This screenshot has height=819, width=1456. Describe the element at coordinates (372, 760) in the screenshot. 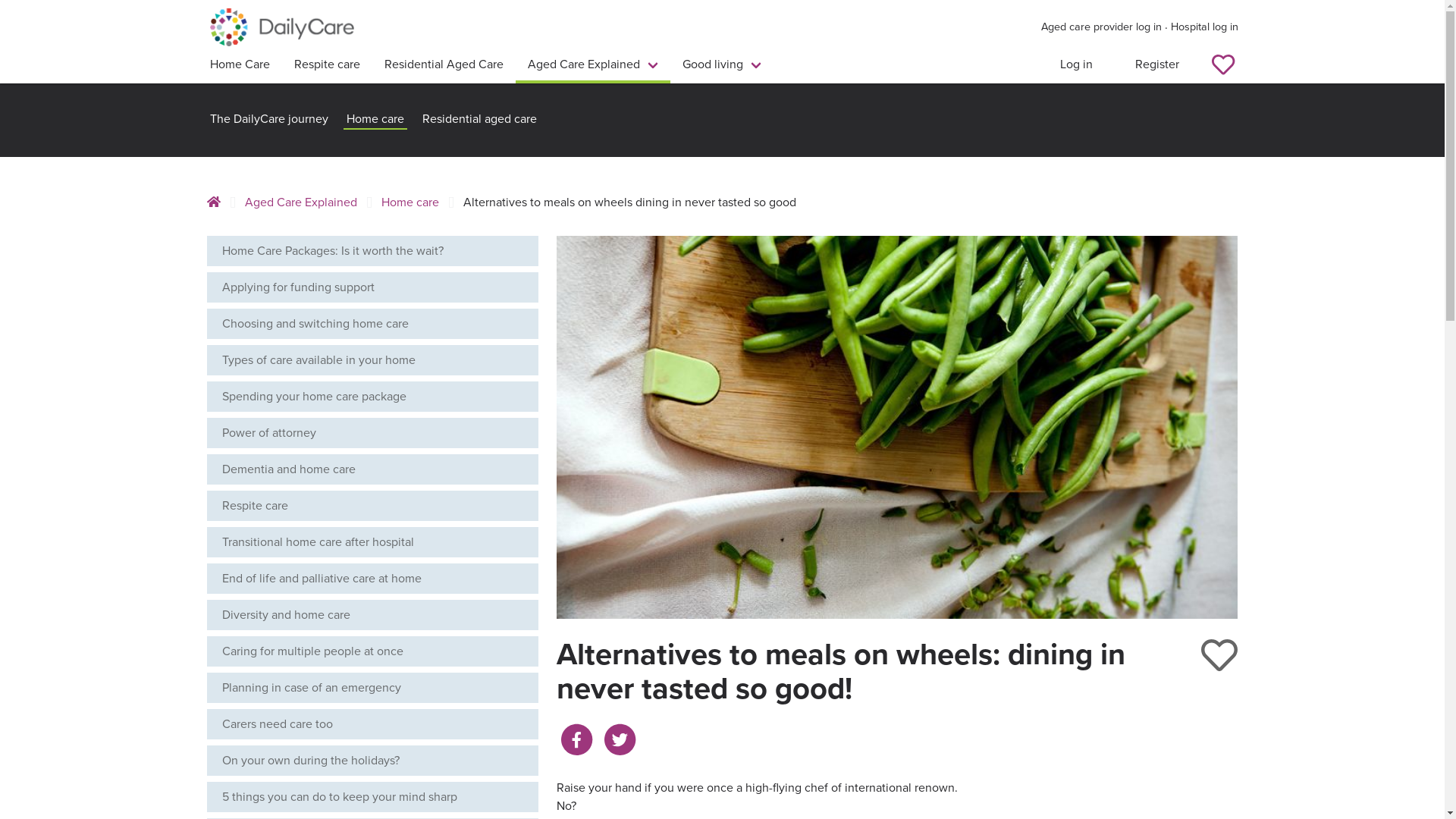

I see `'On your own during the holidays?'` at that location.